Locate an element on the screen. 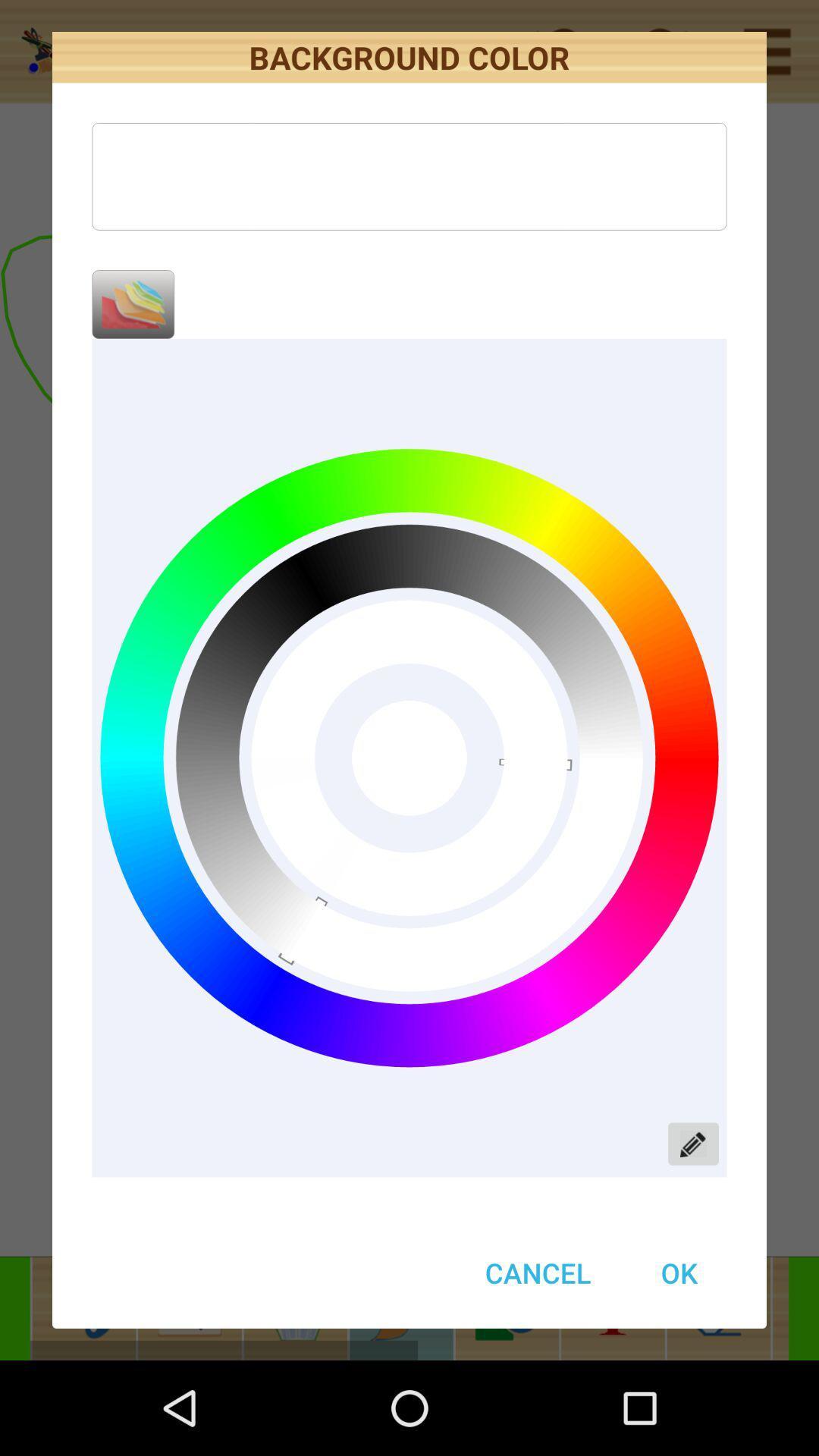  ok is located at coordinates (678, 1272).